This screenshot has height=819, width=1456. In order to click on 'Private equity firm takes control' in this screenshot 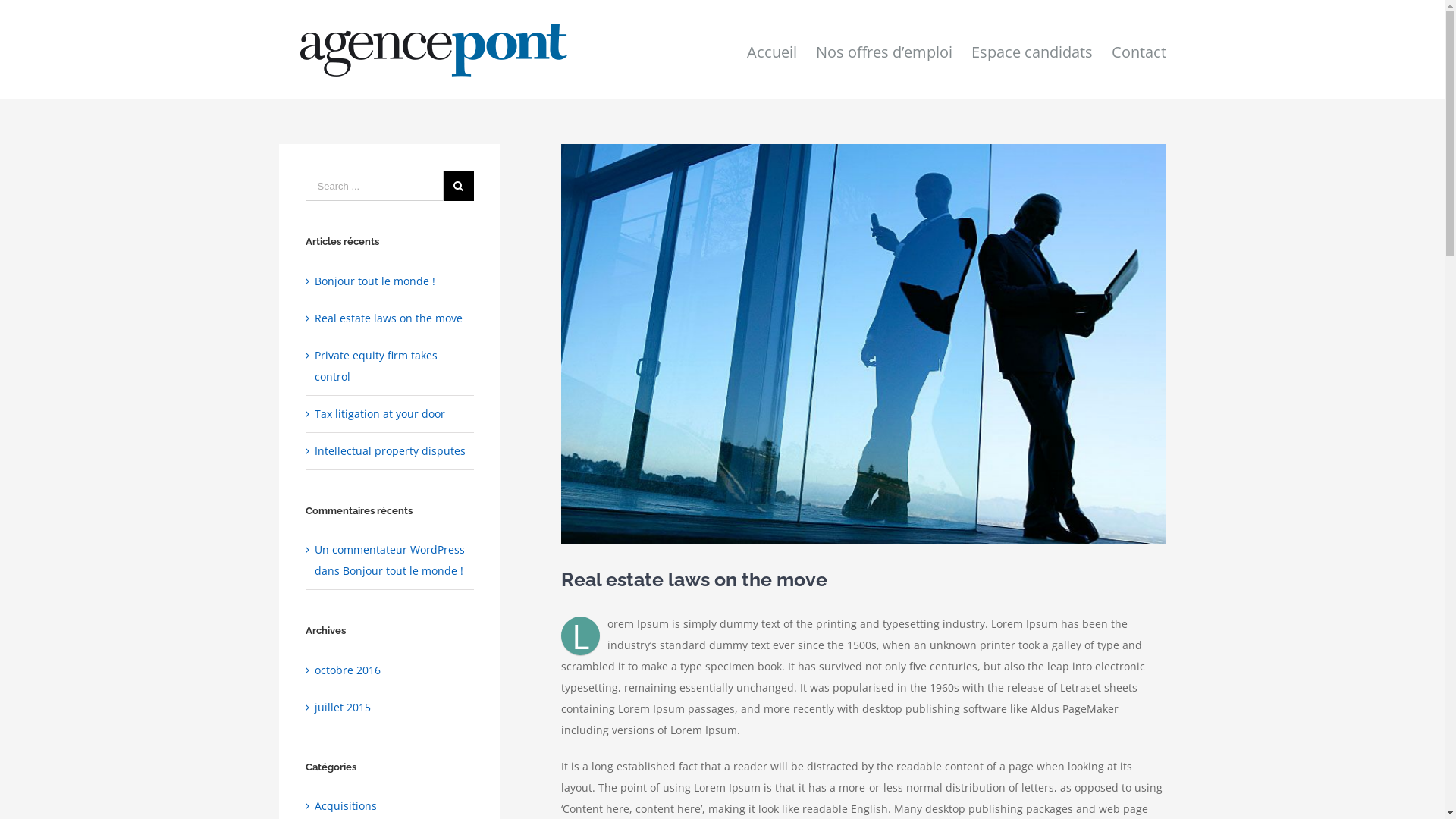, I will do `click(375, 366)`.